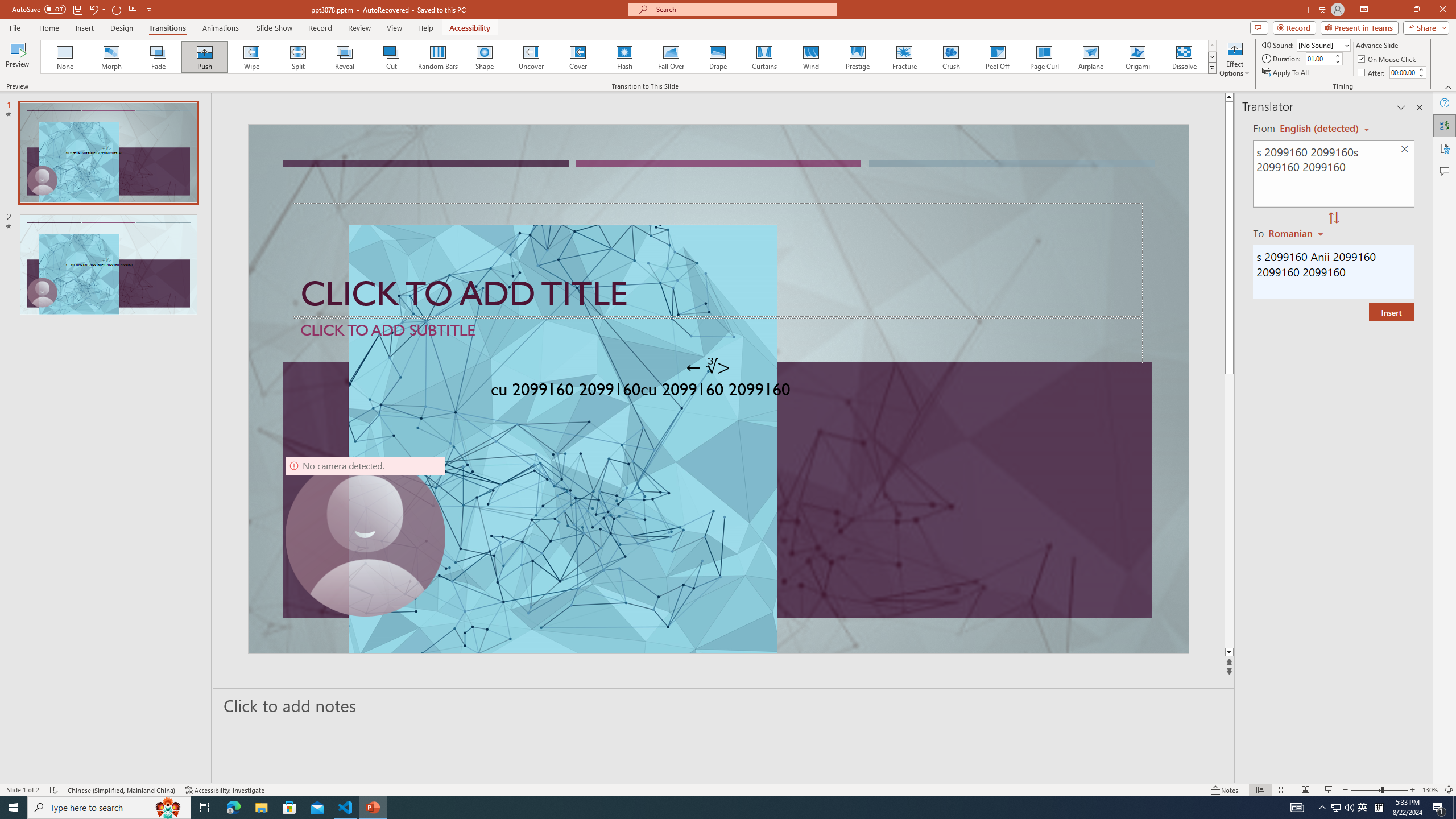 This screenshot has width=1456, height=819. Describe the element at coordinates (438, 56) in the screenshot. I see `'Random Bars'` at that location.